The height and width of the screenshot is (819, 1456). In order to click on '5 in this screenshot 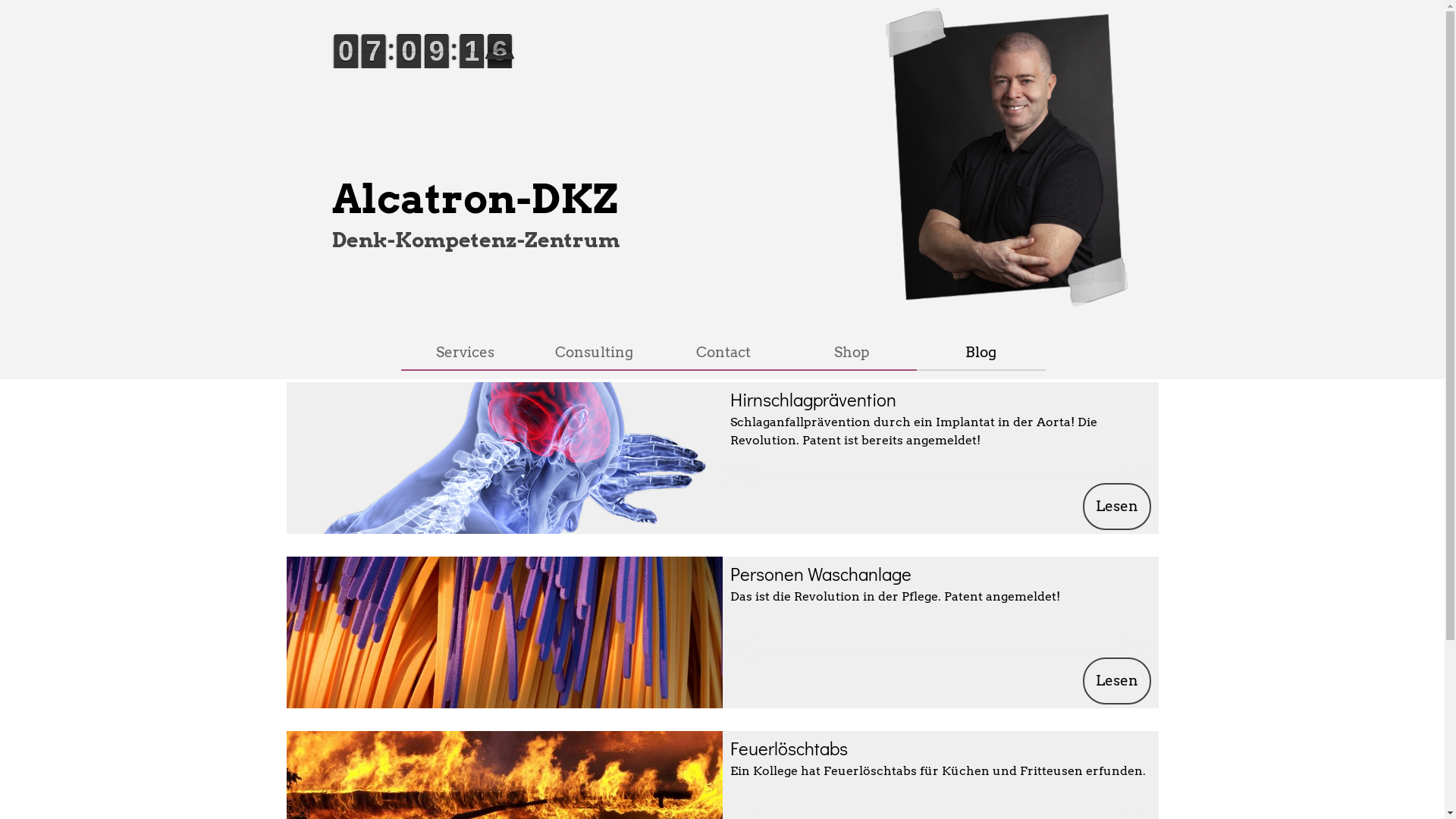, I will do `click(510, 69)`.